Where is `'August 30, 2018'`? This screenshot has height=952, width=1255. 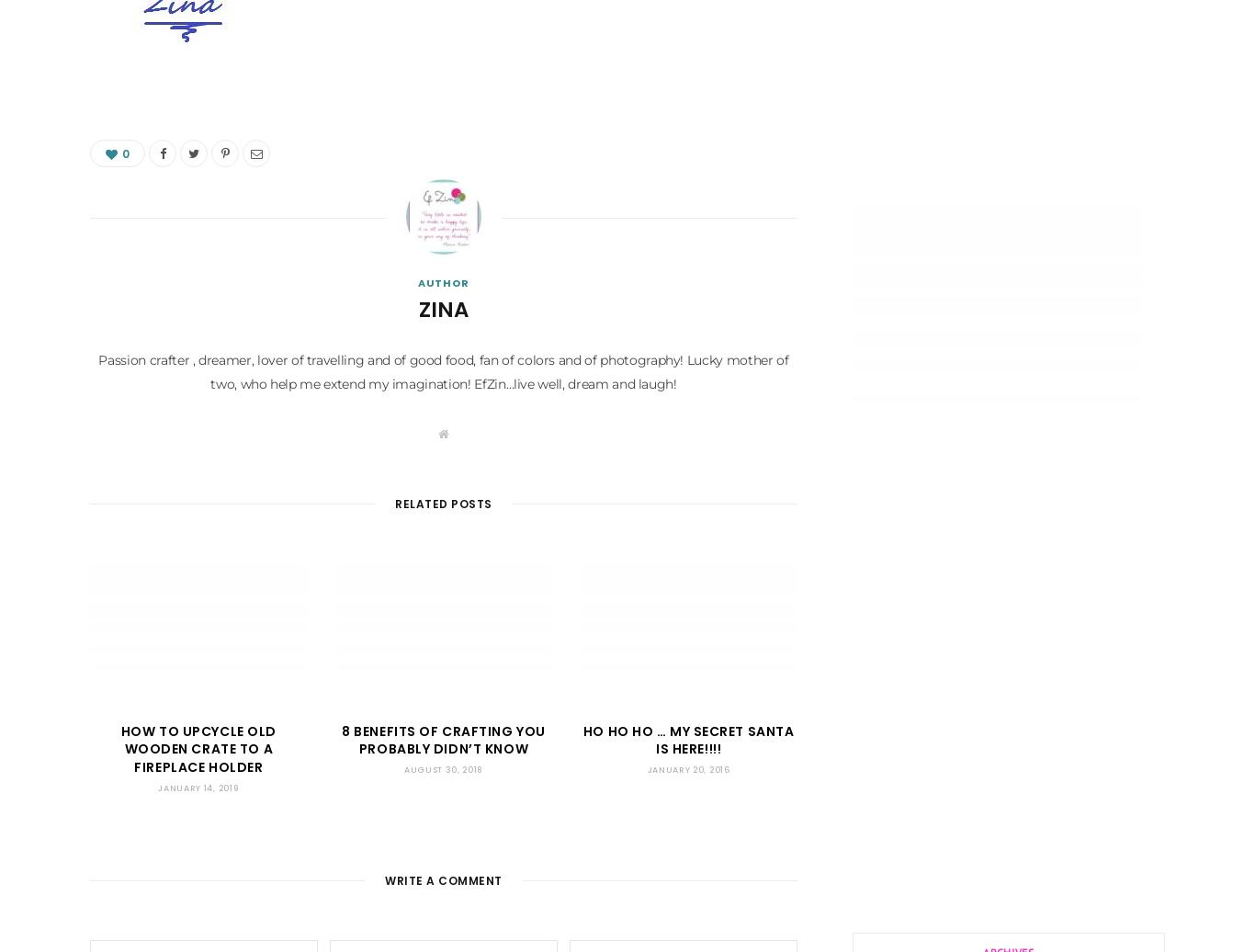
'August 30, 2018' is located at coordinates (443, 770).